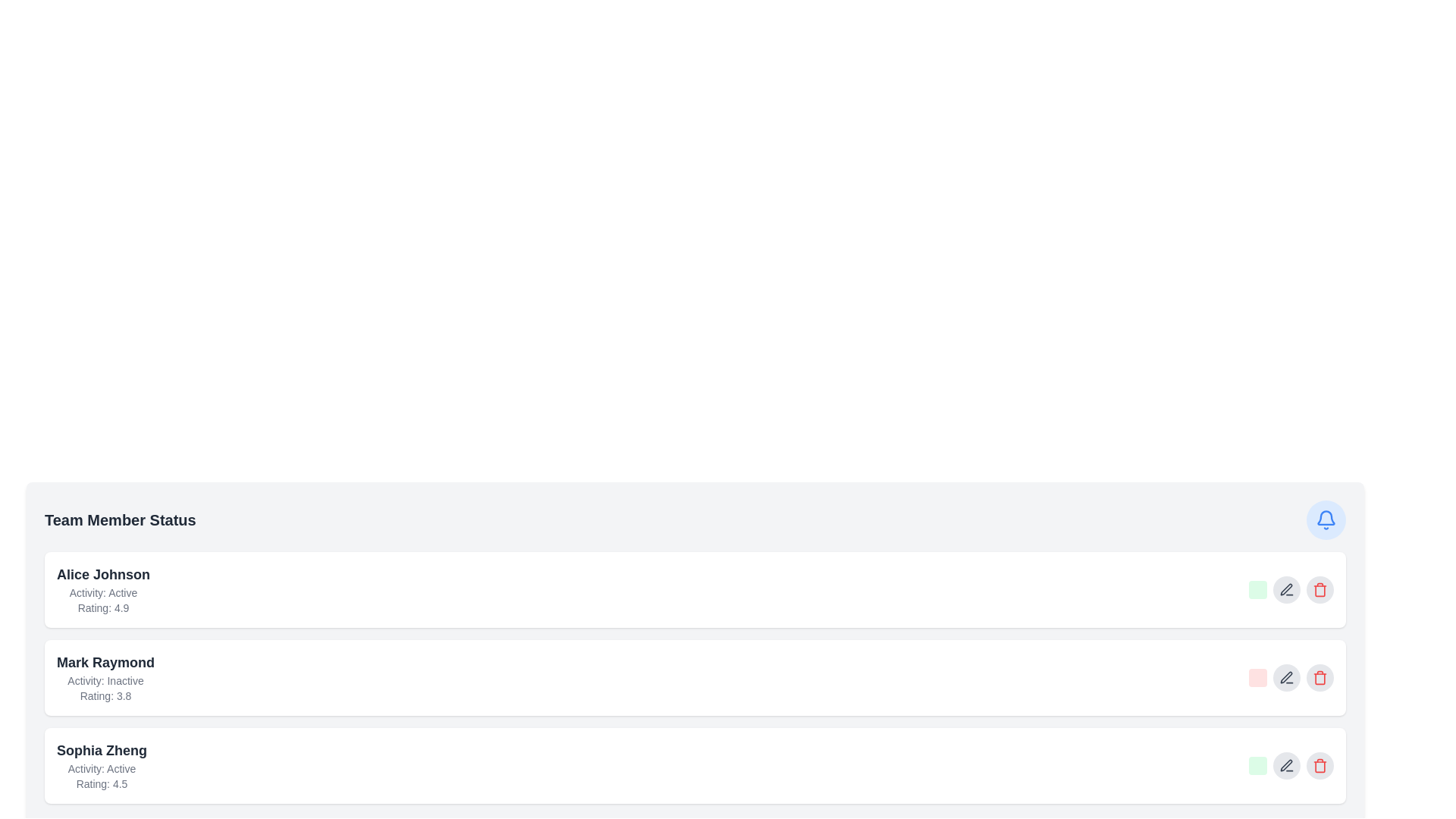 This screenshot has width=1456, height=819. I want to click on the informational text block displaying the name, activity status, and rating of a team member, located in the top-left corner of the first card in the 'Team Member Status' panel, so click(102, 589).